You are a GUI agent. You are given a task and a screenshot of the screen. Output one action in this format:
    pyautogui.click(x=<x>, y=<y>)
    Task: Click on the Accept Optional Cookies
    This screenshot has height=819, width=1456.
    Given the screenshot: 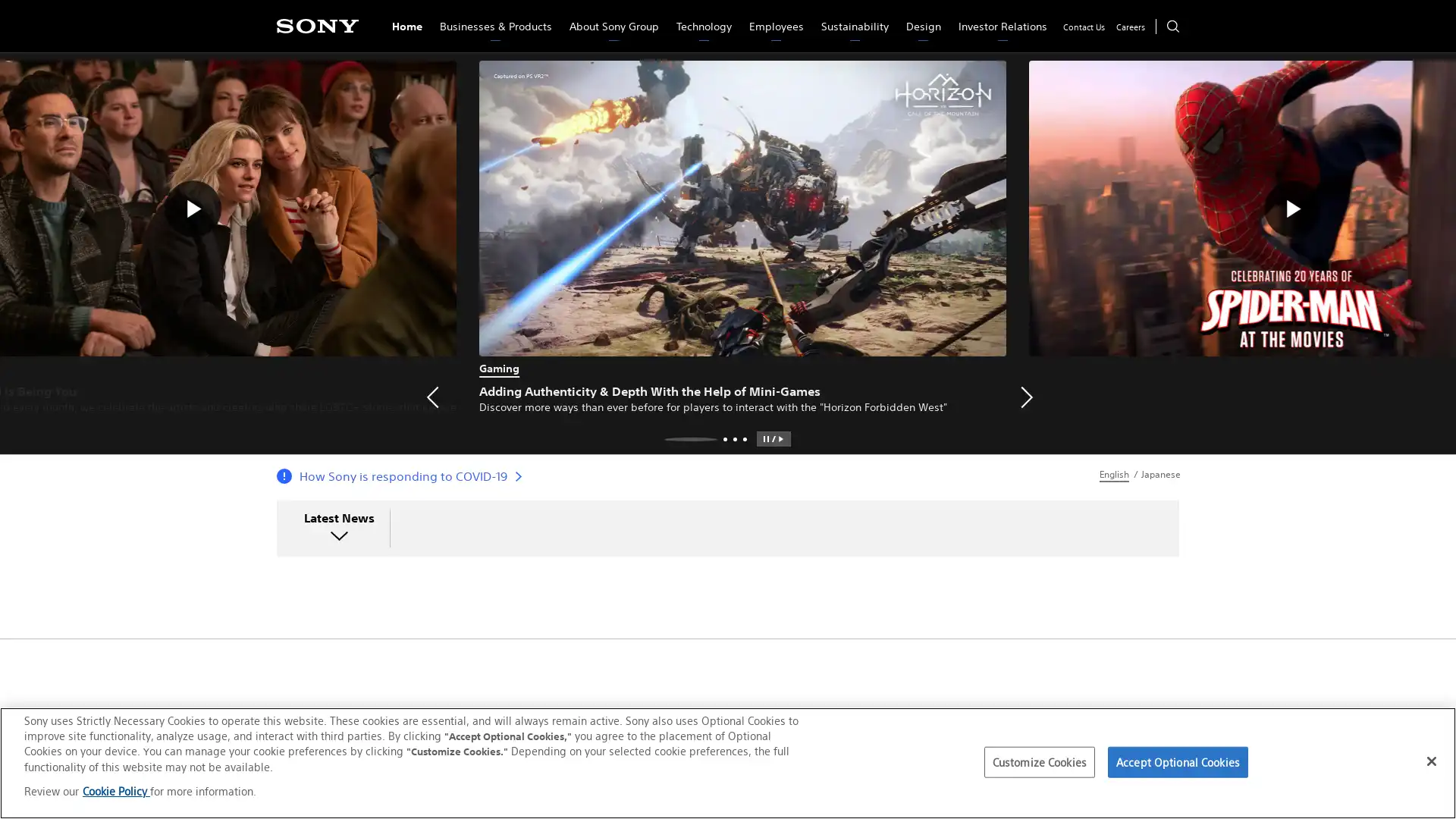 What is the action you would take?
    pyautogui.click(x=1177, y=762)
    